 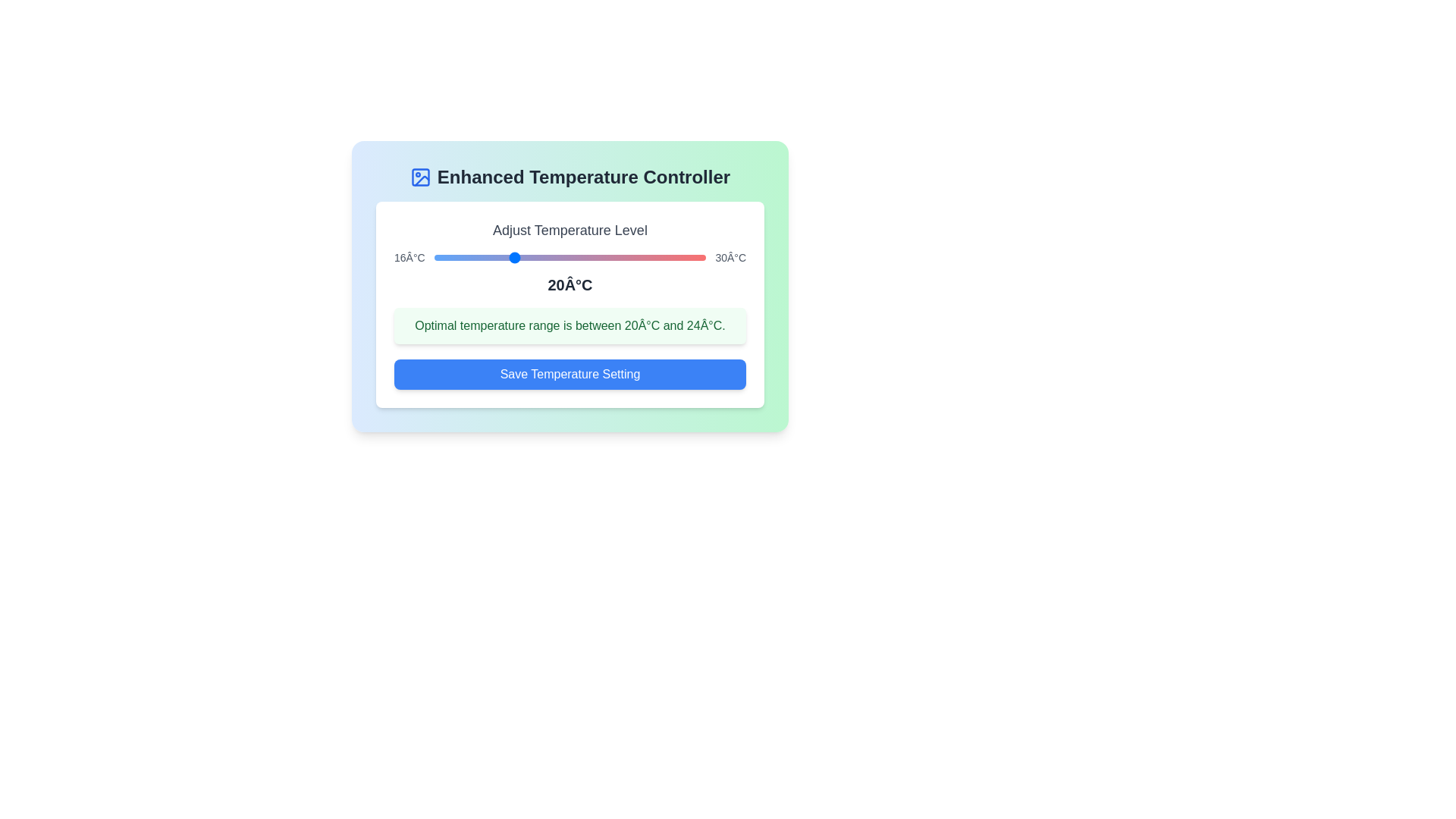 I want to click on the temperature to 20°C using the slider, so click(x=512, y=256).